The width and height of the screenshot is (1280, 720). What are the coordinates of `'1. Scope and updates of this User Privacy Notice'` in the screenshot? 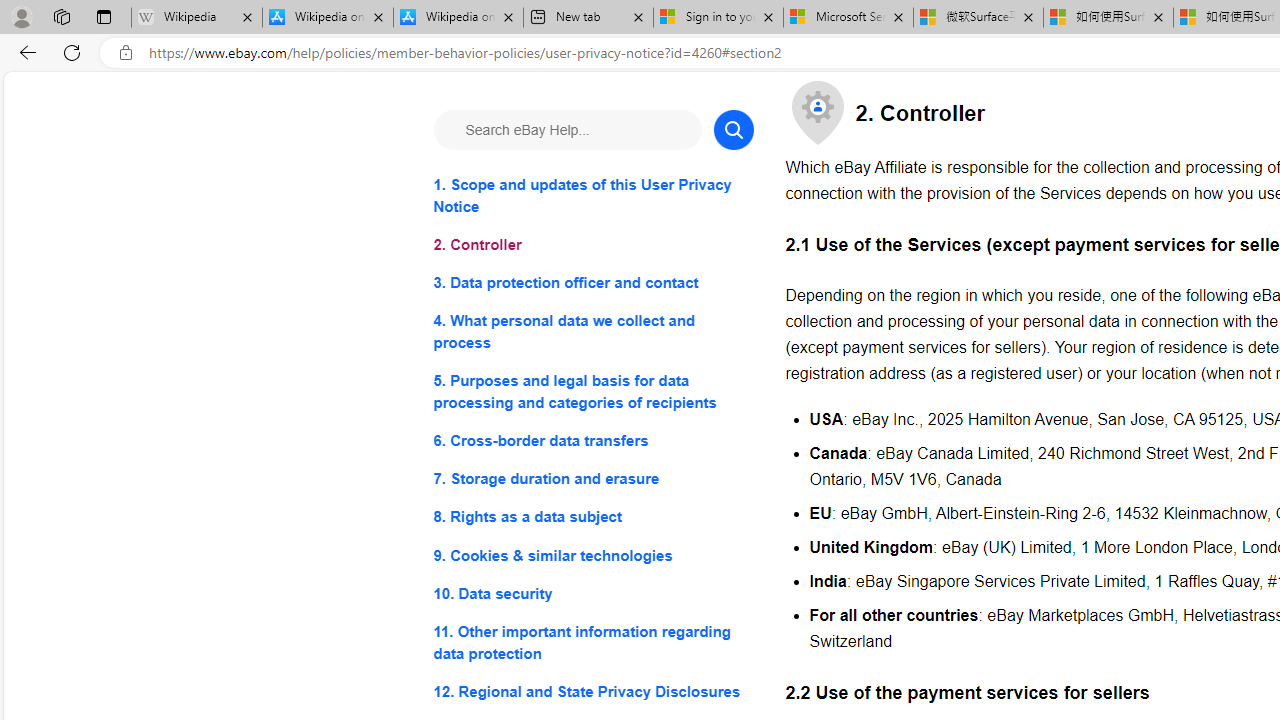 It's located at (592, 196).